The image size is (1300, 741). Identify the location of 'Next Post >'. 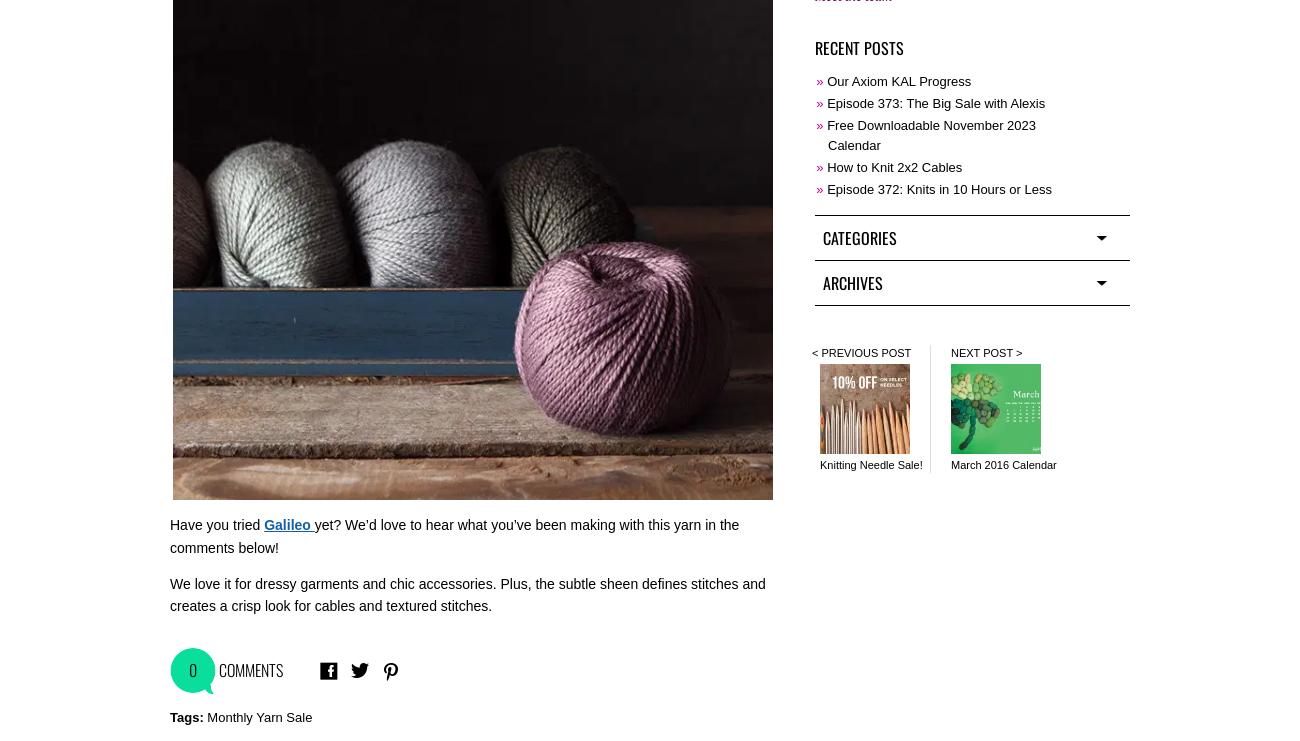
(985, 350).